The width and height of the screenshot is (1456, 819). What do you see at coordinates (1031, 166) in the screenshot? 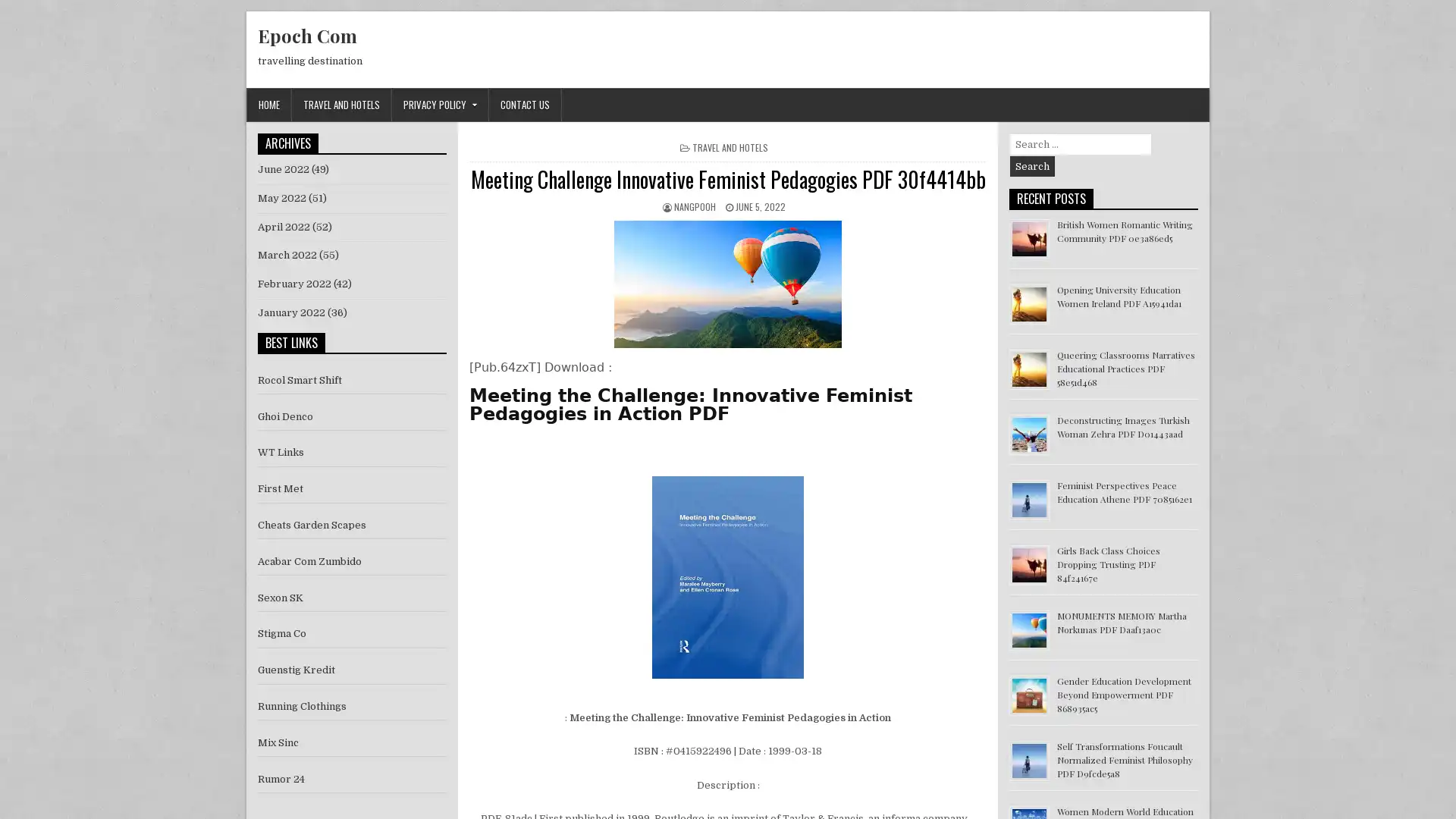
I see `Search` at bounding box center [1031, 166].